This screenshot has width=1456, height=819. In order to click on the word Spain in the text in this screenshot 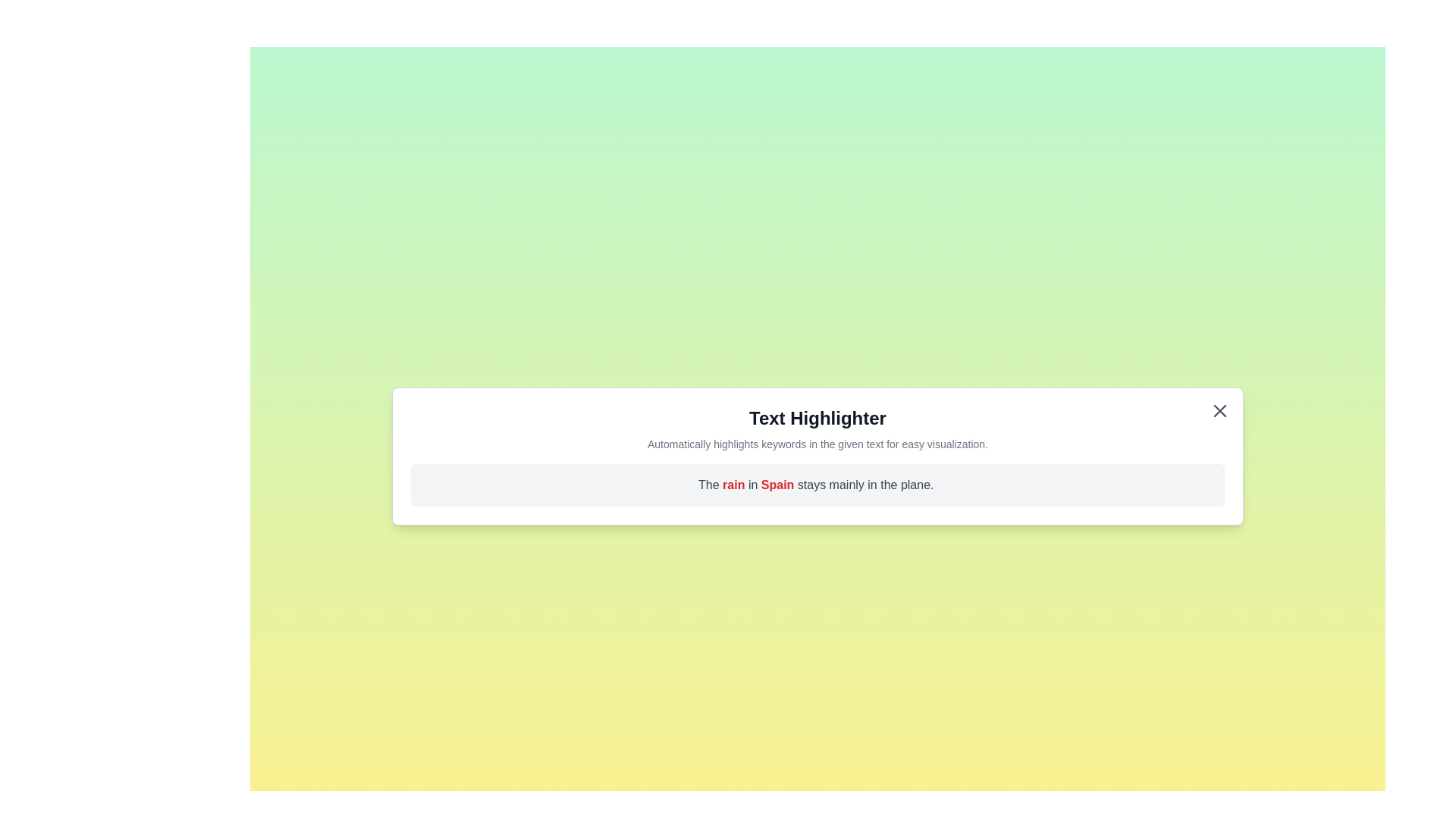, I will do `click(779, 485)`.